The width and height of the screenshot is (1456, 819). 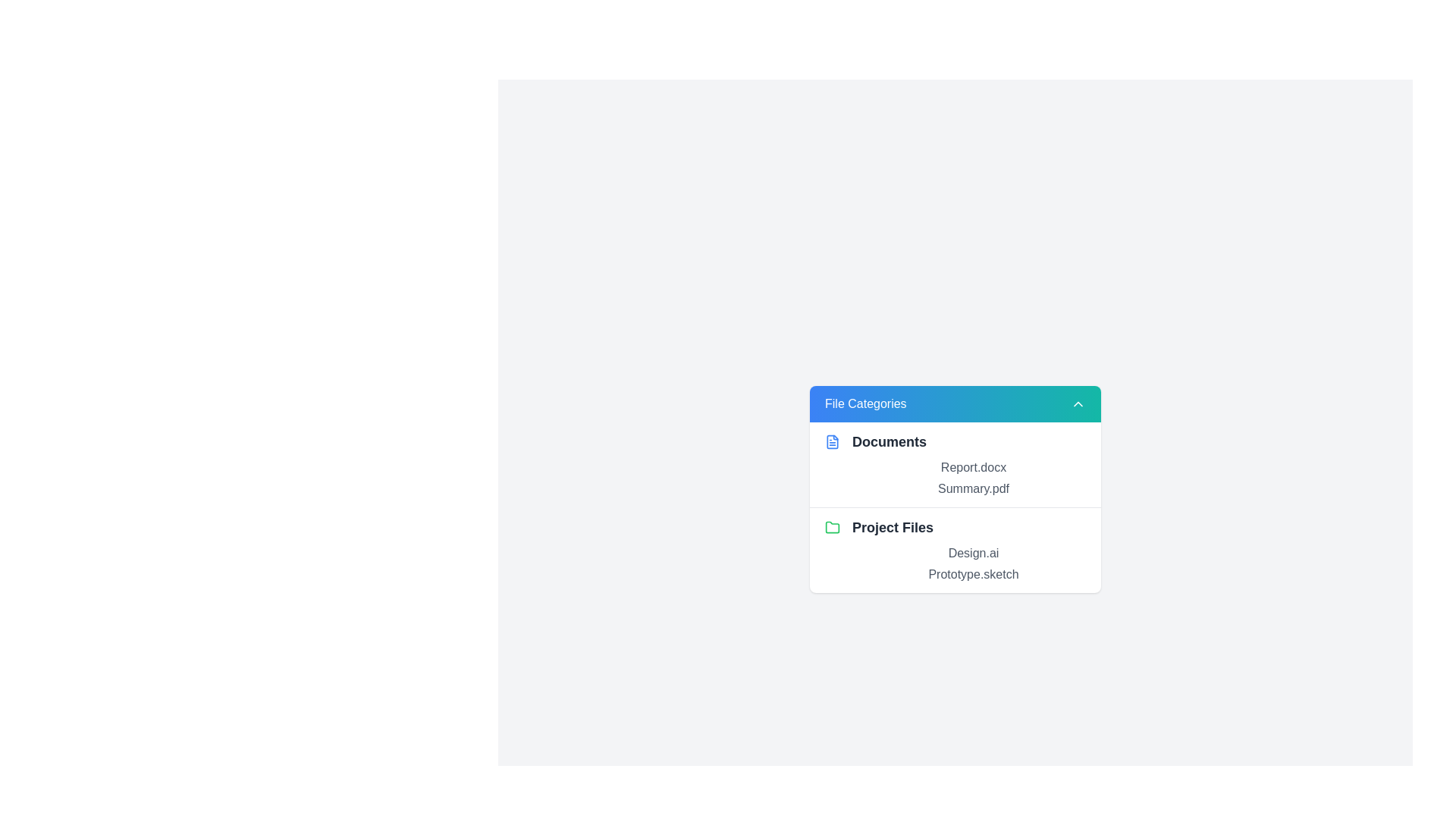 I want to click on the text label representing the file 'Prototype.sketch', so click(x=973, y=573).